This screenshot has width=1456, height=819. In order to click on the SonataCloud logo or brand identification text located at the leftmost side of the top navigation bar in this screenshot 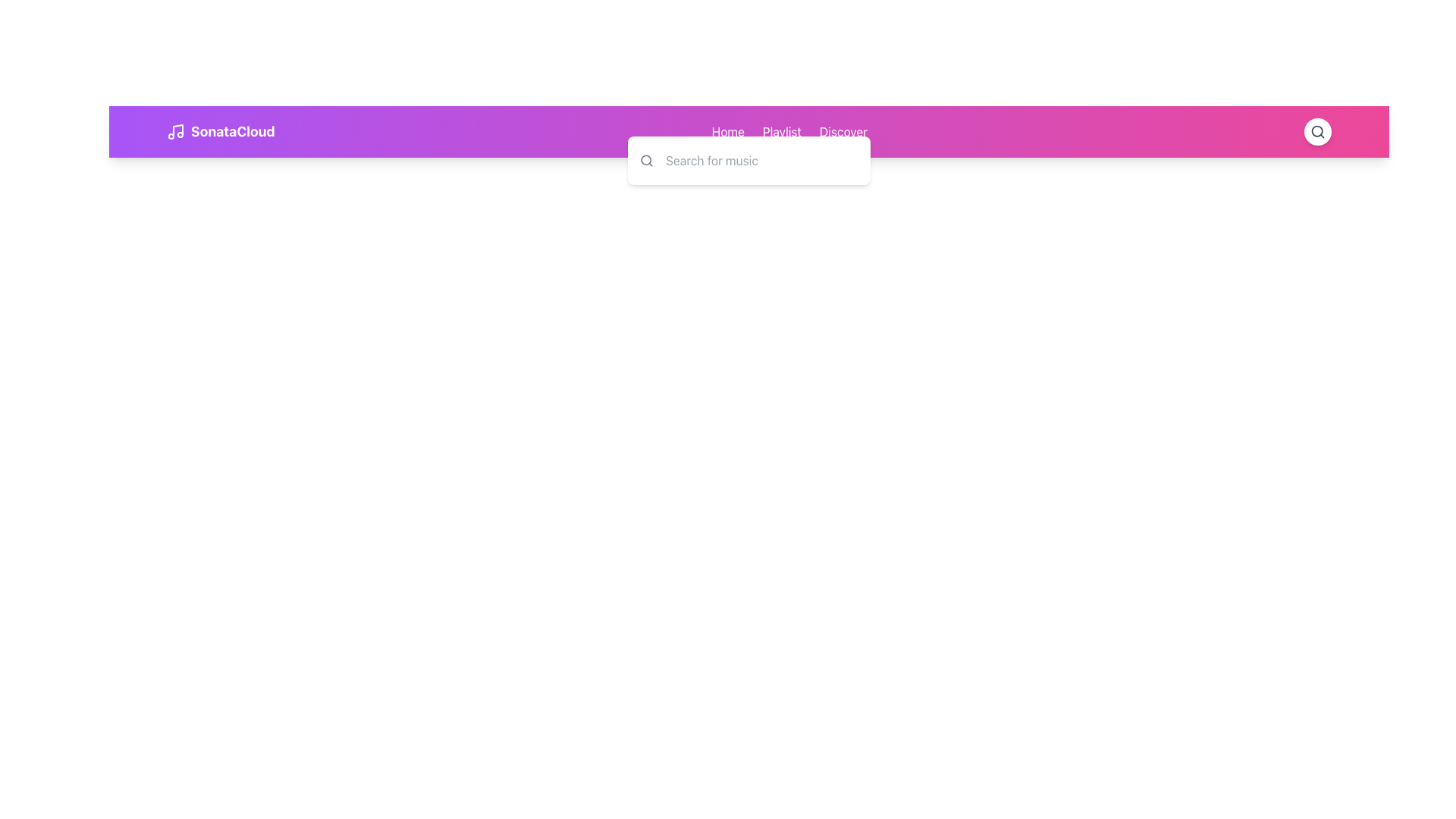, I will do `click(220, 130)`.